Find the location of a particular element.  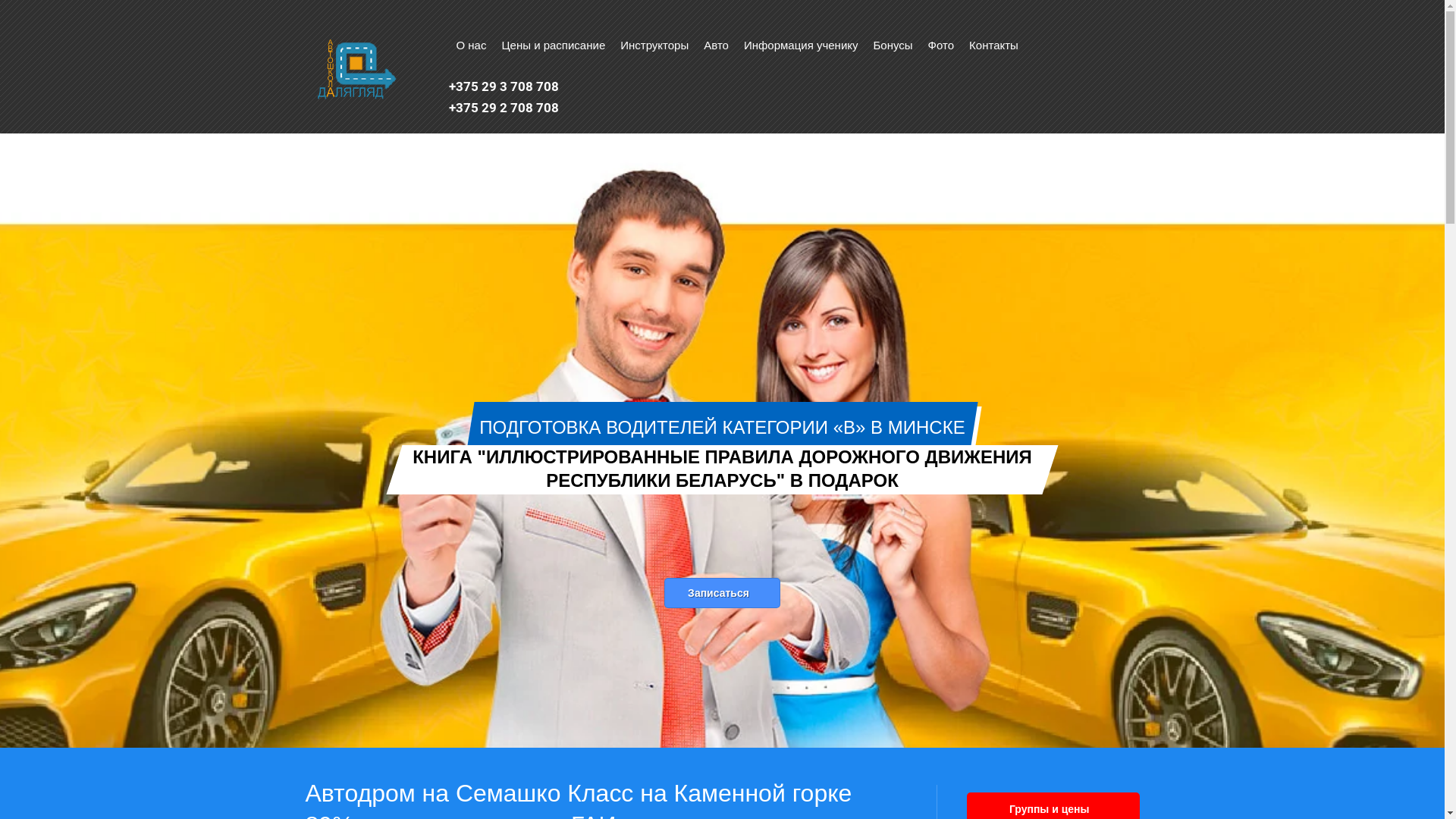

'+375 29 3 708 708' is located at coordinates (504, 86).